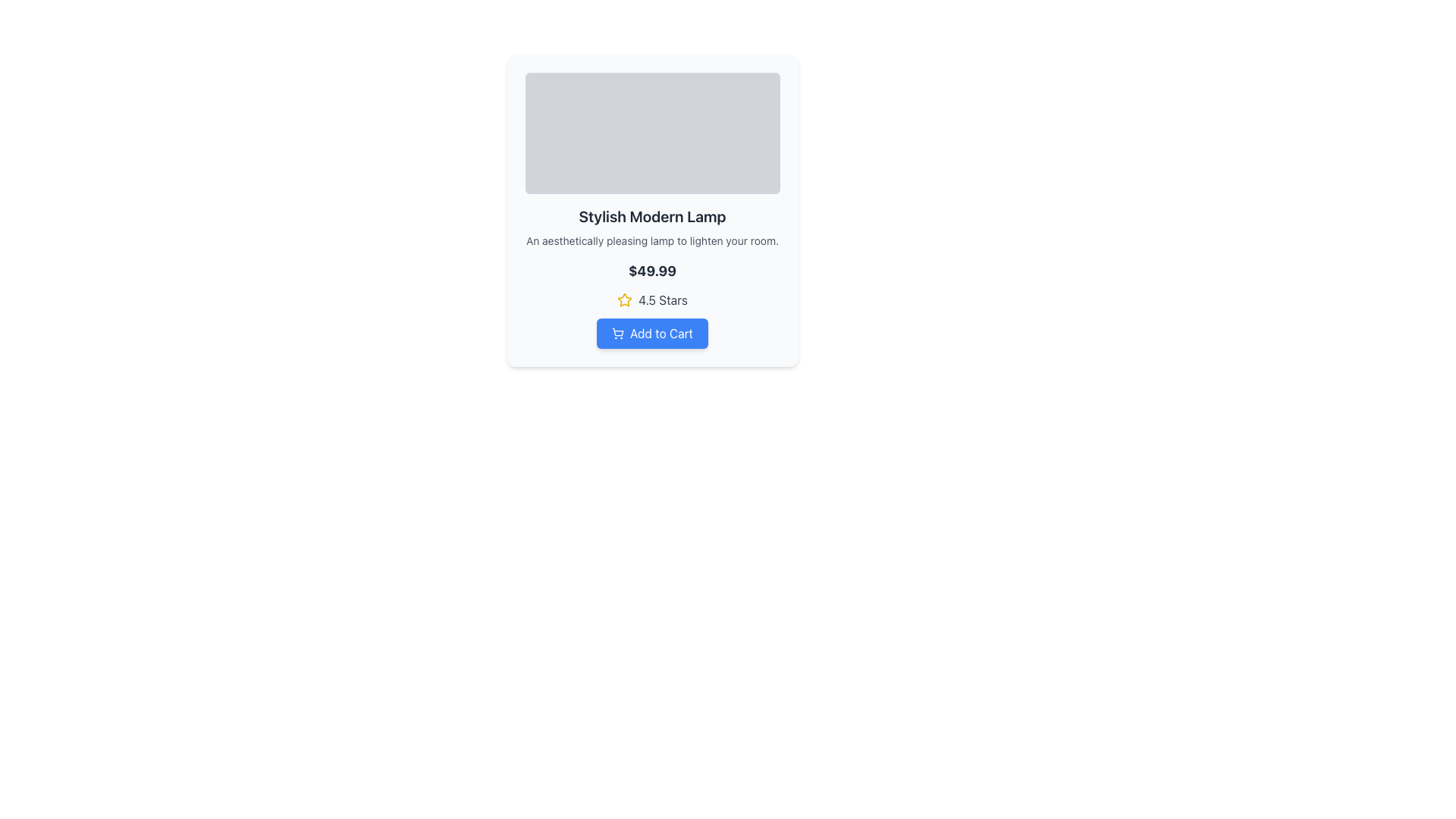 The height and width of the screenshot is (819, 1456). Describe the element at coordinates (618, 332) in the screenshot. I see `the shopping cart icon contained within the 'Add to Cart' button located at the bottom of the product card` at that location.